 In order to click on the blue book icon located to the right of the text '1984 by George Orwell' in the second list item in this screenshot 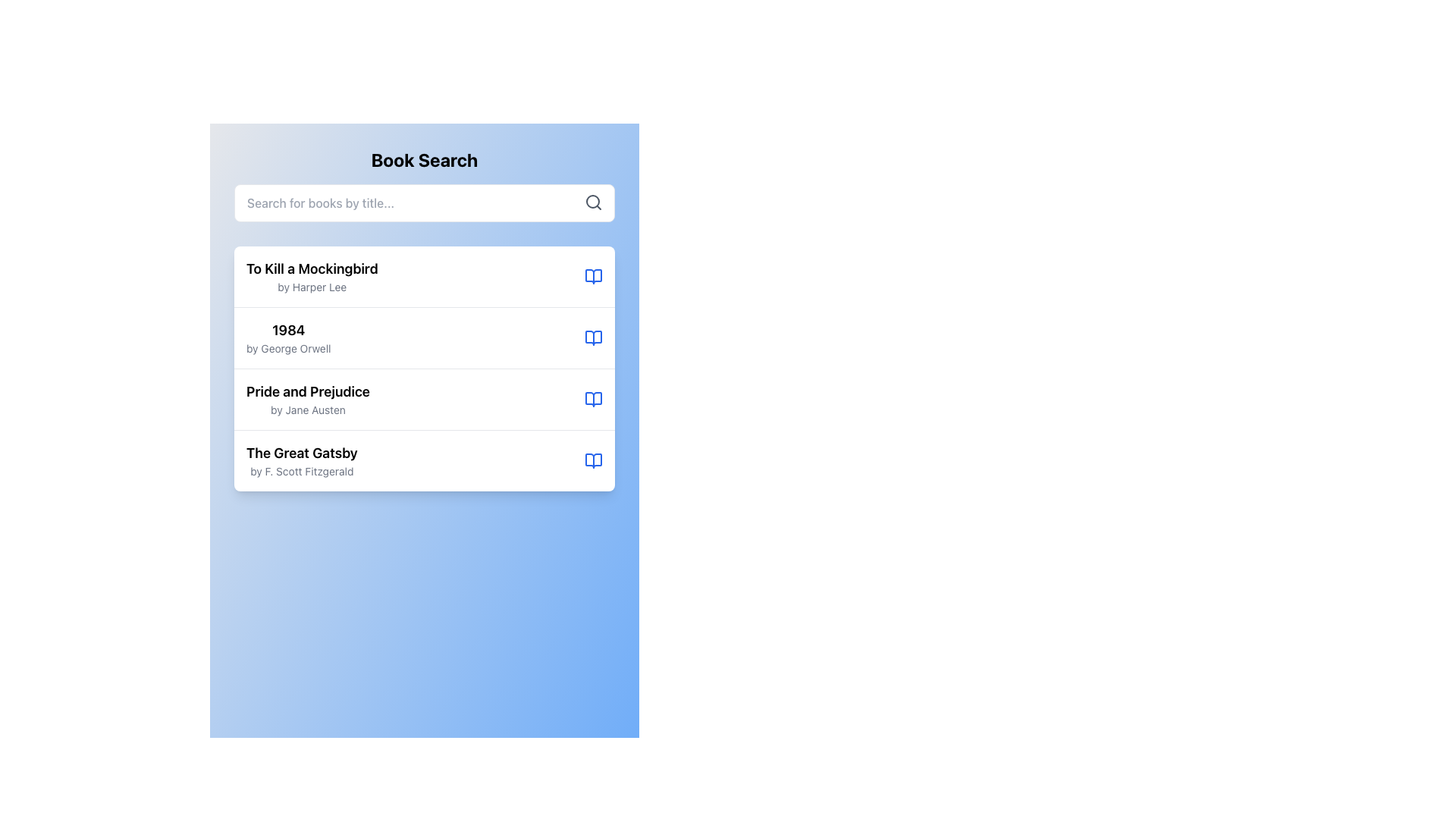, I will do `click(592, 337)`.